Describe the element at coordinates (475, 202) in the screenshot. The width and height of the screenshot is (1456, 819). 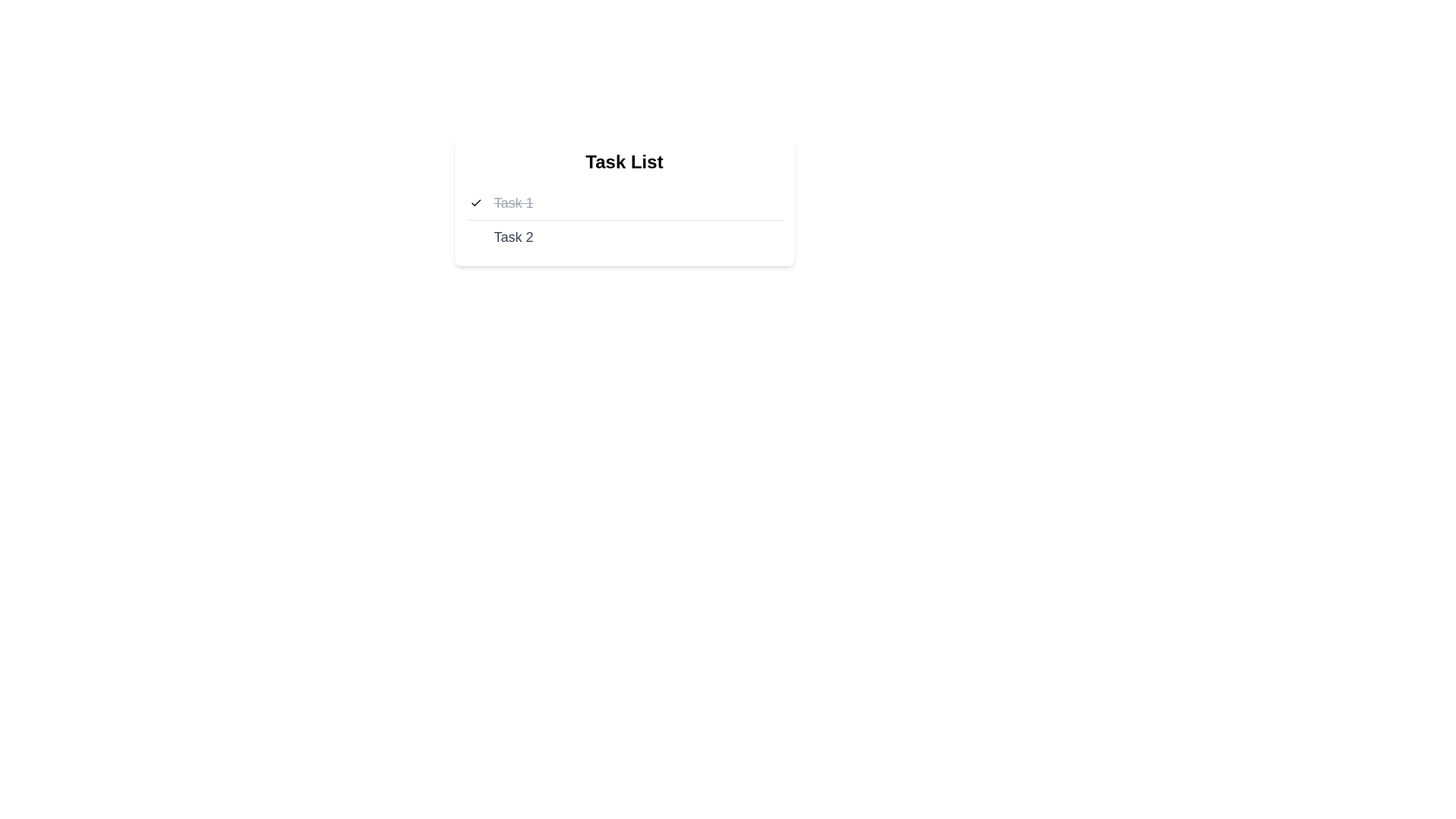
I see `the checkmark icon indicating task completion for 'Task 1', which is styled with a rounded design and located closely to the left of the 'Task 1' text` at that location.